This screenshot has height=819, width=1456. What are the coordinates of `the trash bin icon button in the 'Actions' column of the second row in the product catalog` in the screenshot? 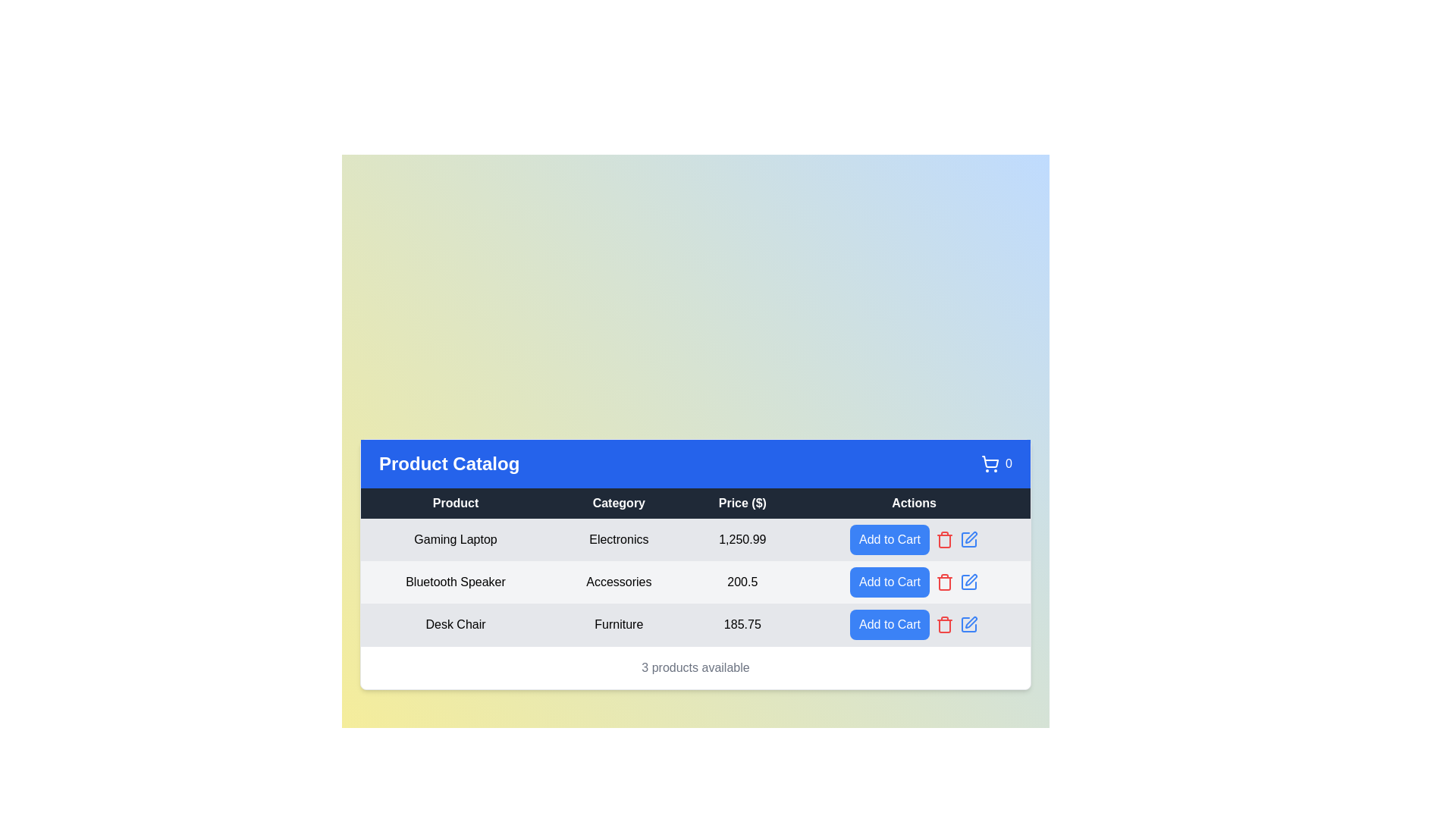 It's located at (943, 582).